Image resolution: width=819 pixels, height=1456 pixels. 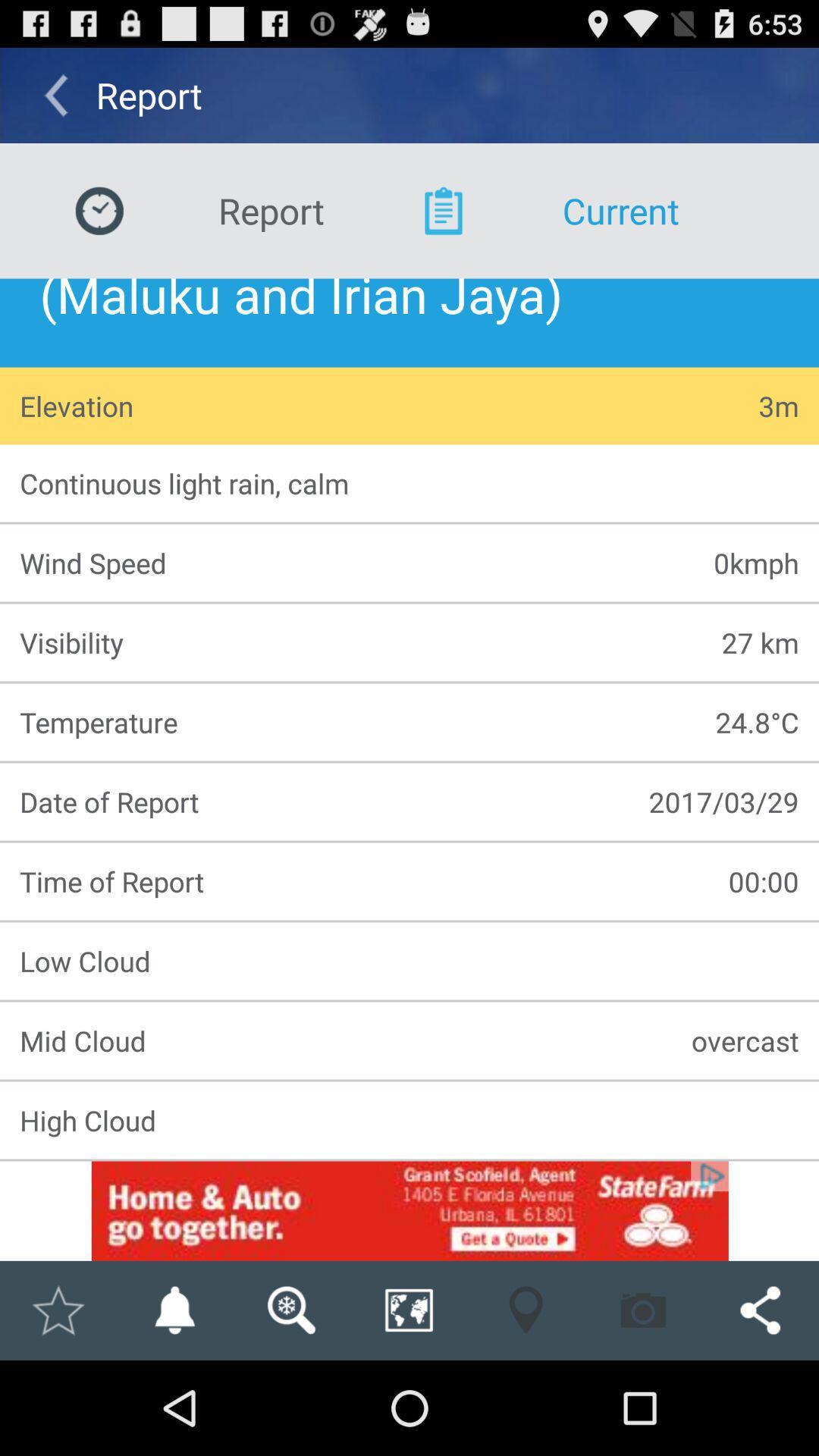 I want to click on the star icon, so click(x=57, y=1401).